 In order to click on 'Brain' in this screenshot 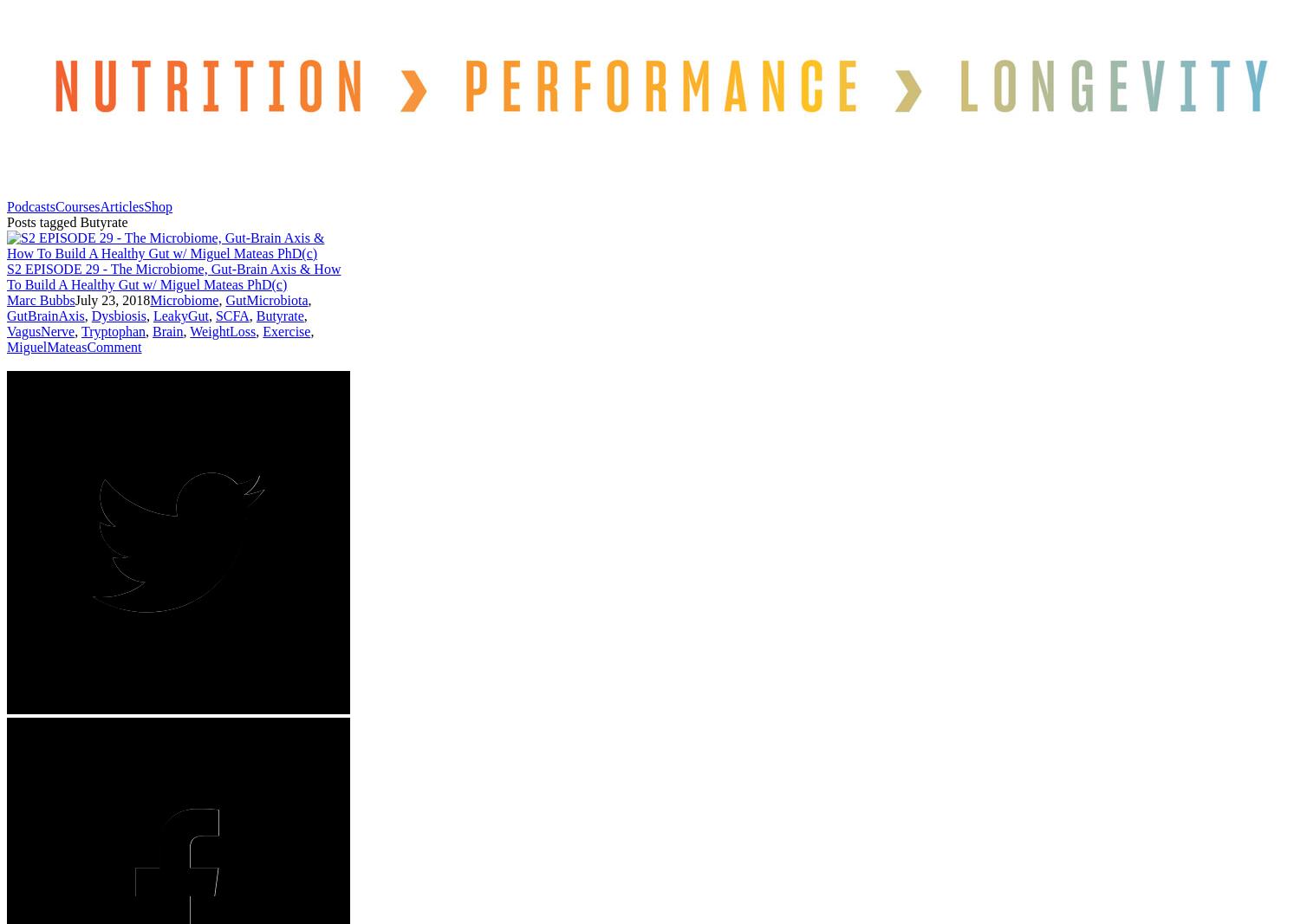, I will do `click(166, 330)`.